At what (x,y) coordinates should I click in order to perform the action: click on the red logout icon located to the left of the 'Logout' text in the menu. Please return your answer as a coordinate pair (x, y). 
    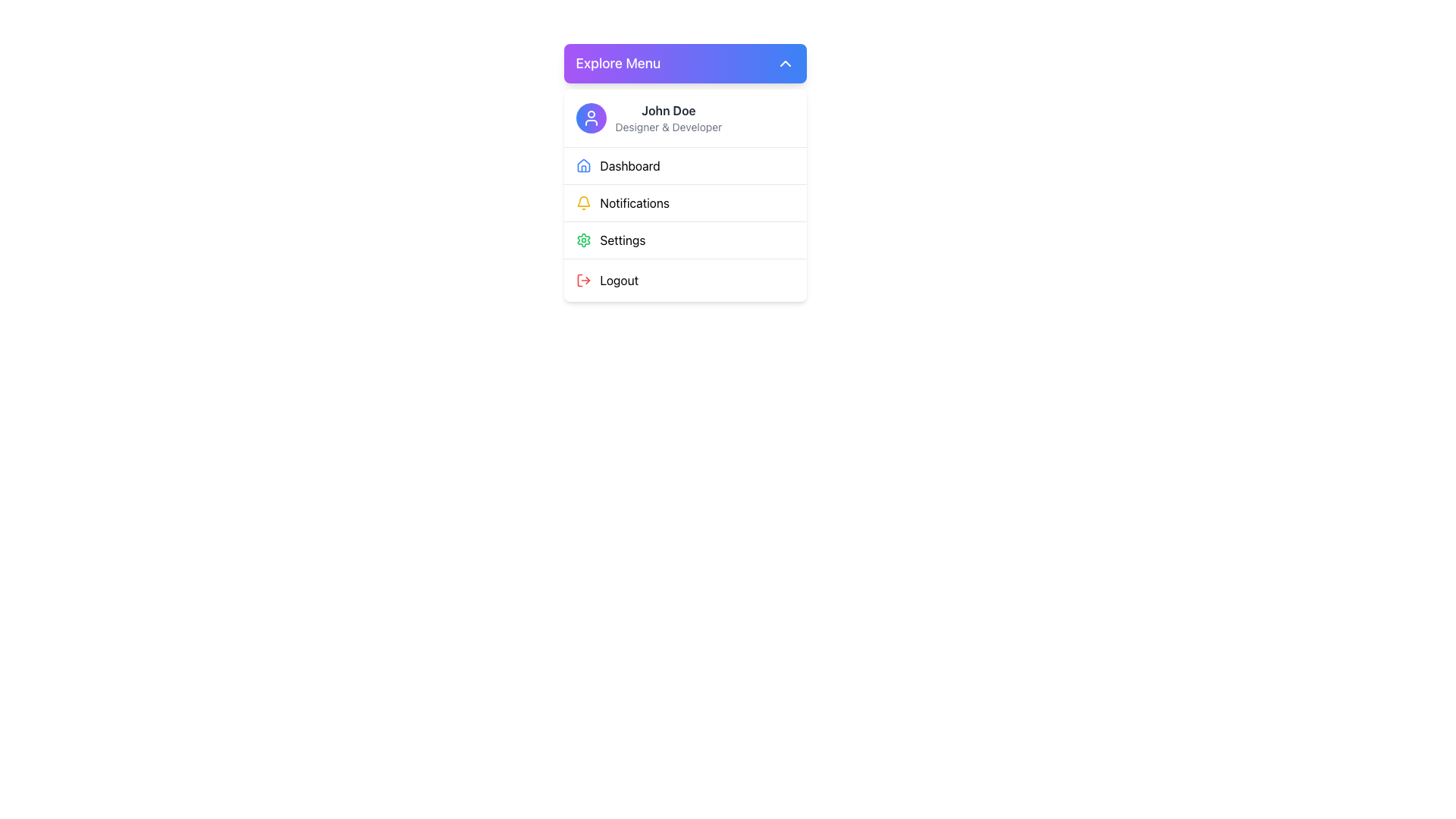
    Looking at the image, I should click on (582, 281).